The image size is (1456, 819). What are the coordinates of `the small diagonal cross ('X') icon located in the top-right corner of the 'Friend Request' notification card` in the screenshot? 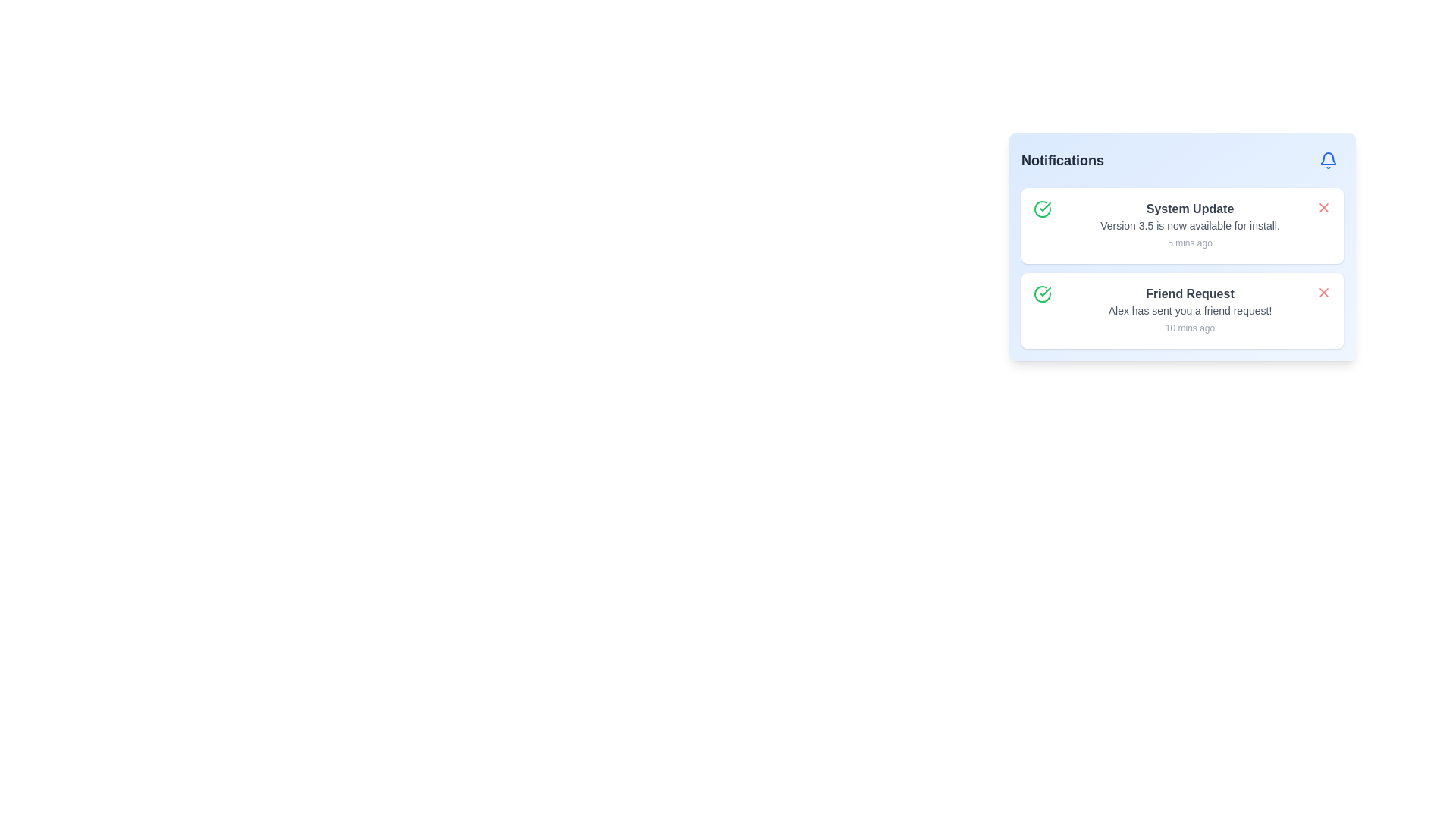 It's located at (1323, 292).